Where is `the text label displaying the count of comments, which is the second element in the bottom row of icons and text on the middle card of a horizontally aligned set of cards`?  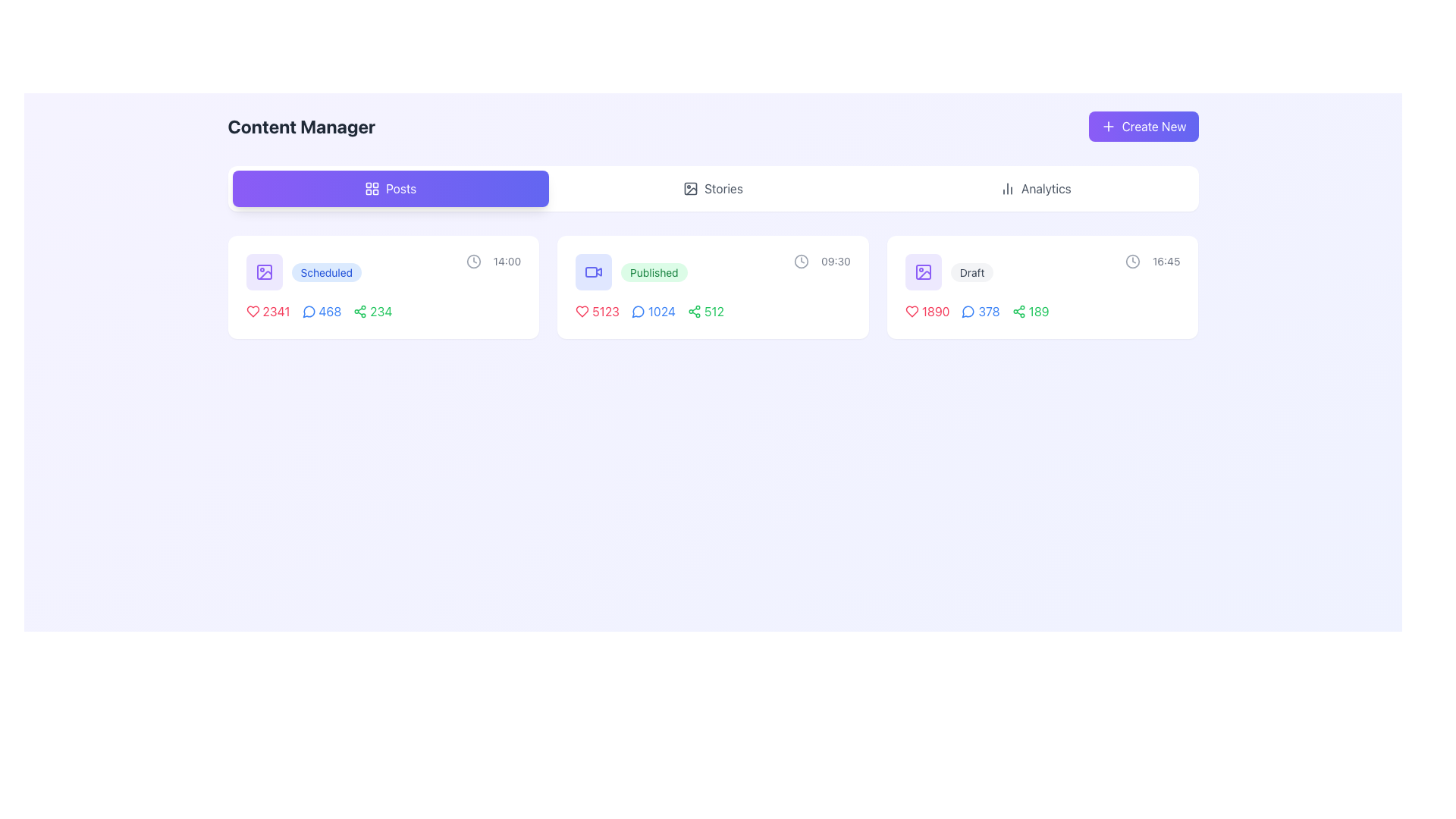 the text label displaying the count of comments, which is the second element in the bottom row of icons and text on the middle card of a horizontally aligned set of cards is located at coordinates (653, 311).